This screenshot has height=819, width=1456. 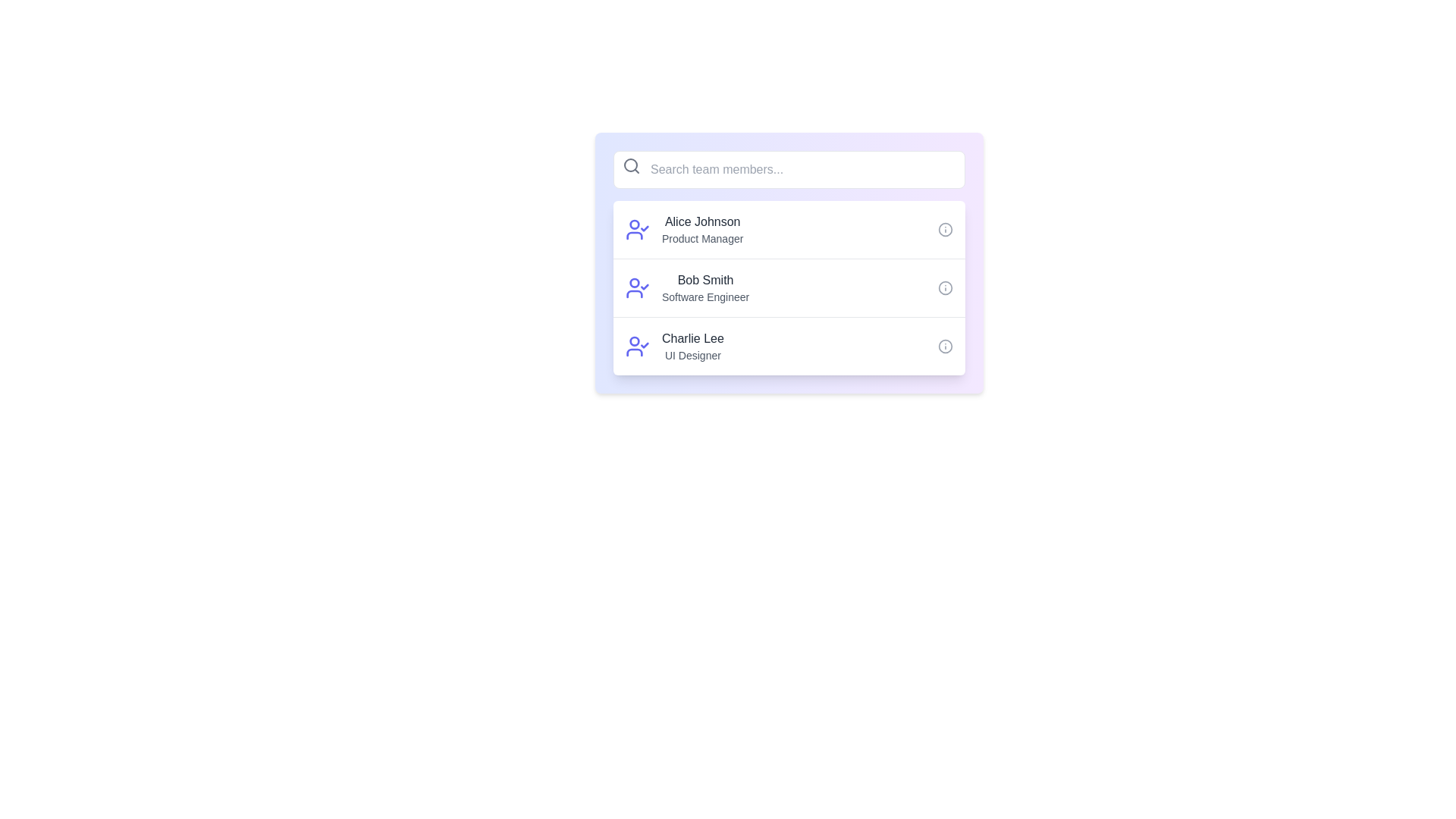 What do you see at coordinates (686, 288) in the screenshot?
I see `the list item displaying the name 'Bob Smith'` at bounding box center [686, 288].